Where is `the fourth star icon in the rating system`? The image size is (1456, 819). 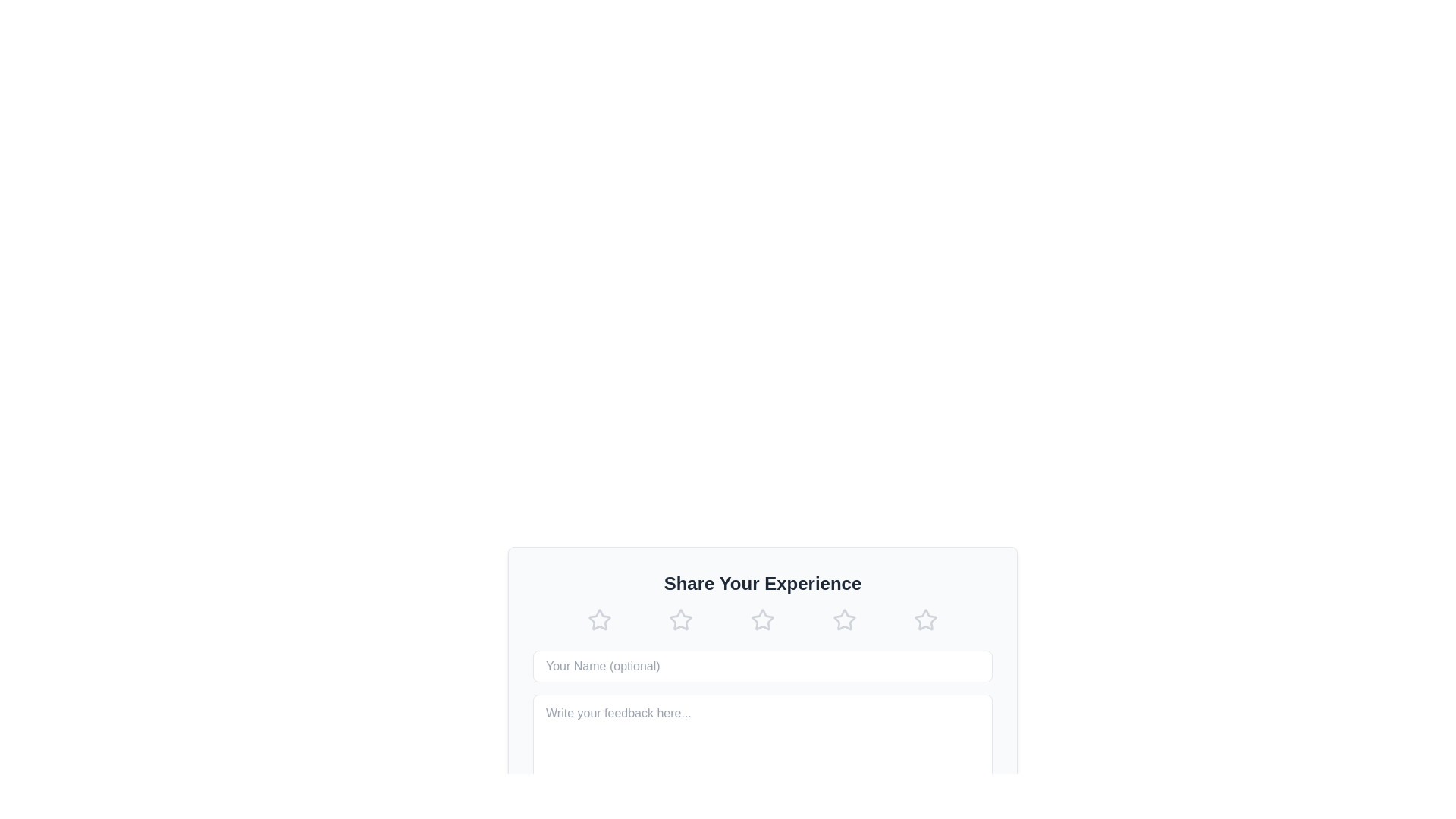
the fourth star icon in the rating system is located at coordinates (843, 620).